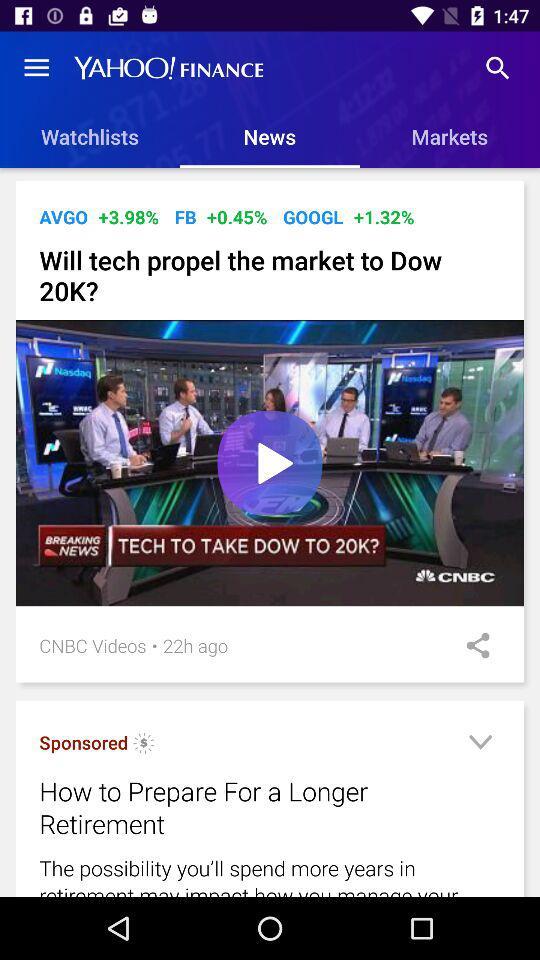 Image resolution: width=540 pixels, height=960 pixels. What do you see at coordinates (313, 217) in the screenshot?
I see `icon next to the +1.32% item` at bounding box center [313, 217].